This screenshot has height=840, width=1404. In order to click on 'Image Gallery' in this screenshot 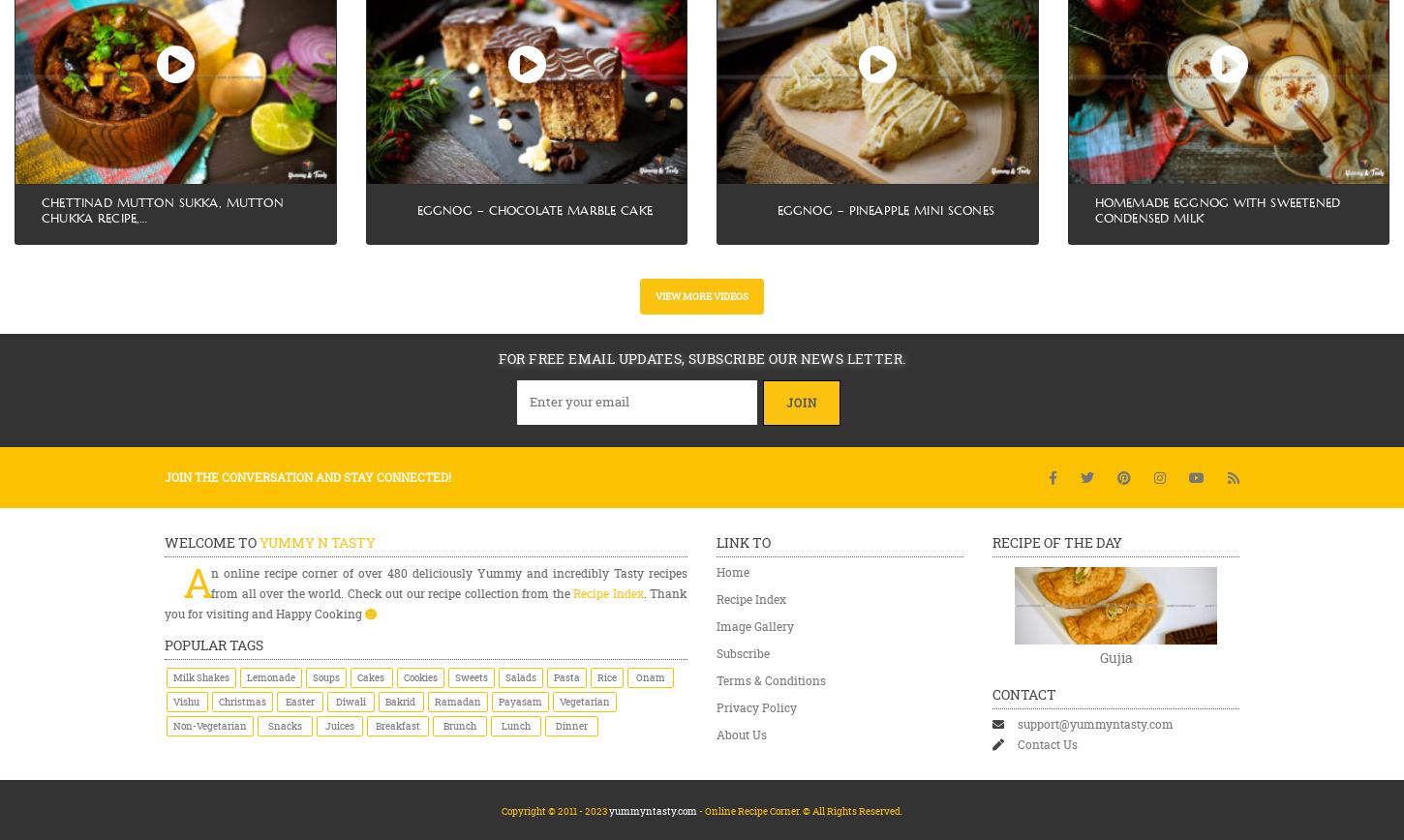, I will do `click(716, 624)`.